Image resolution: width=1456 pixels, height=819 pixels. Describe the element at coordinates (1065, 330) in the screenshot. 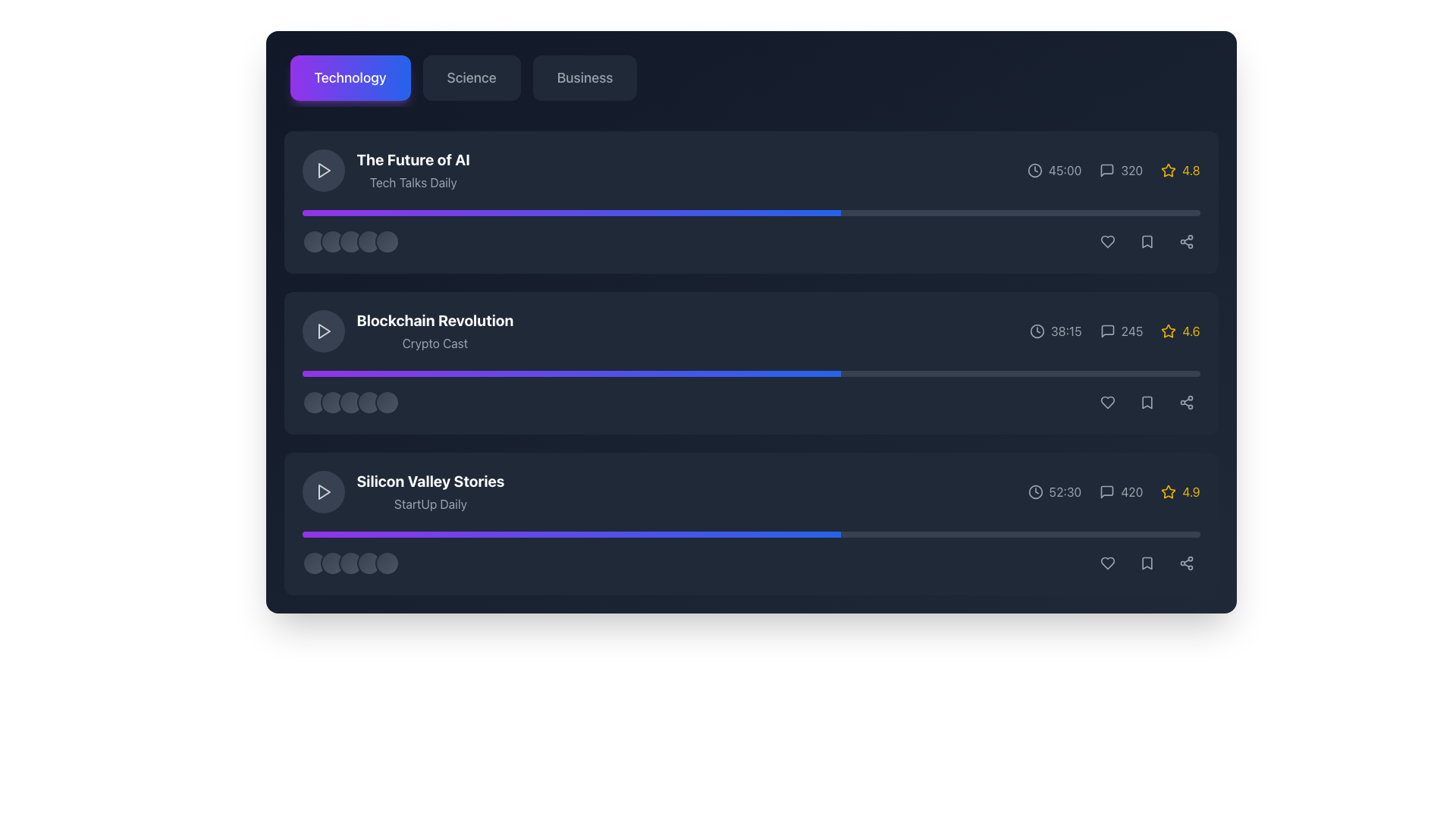

I see `text content of the Label/Text Display that represents the duration of the associated podcast episode, located in the second row of podcast entries, between the clock icon and numerical statistics` at that location.